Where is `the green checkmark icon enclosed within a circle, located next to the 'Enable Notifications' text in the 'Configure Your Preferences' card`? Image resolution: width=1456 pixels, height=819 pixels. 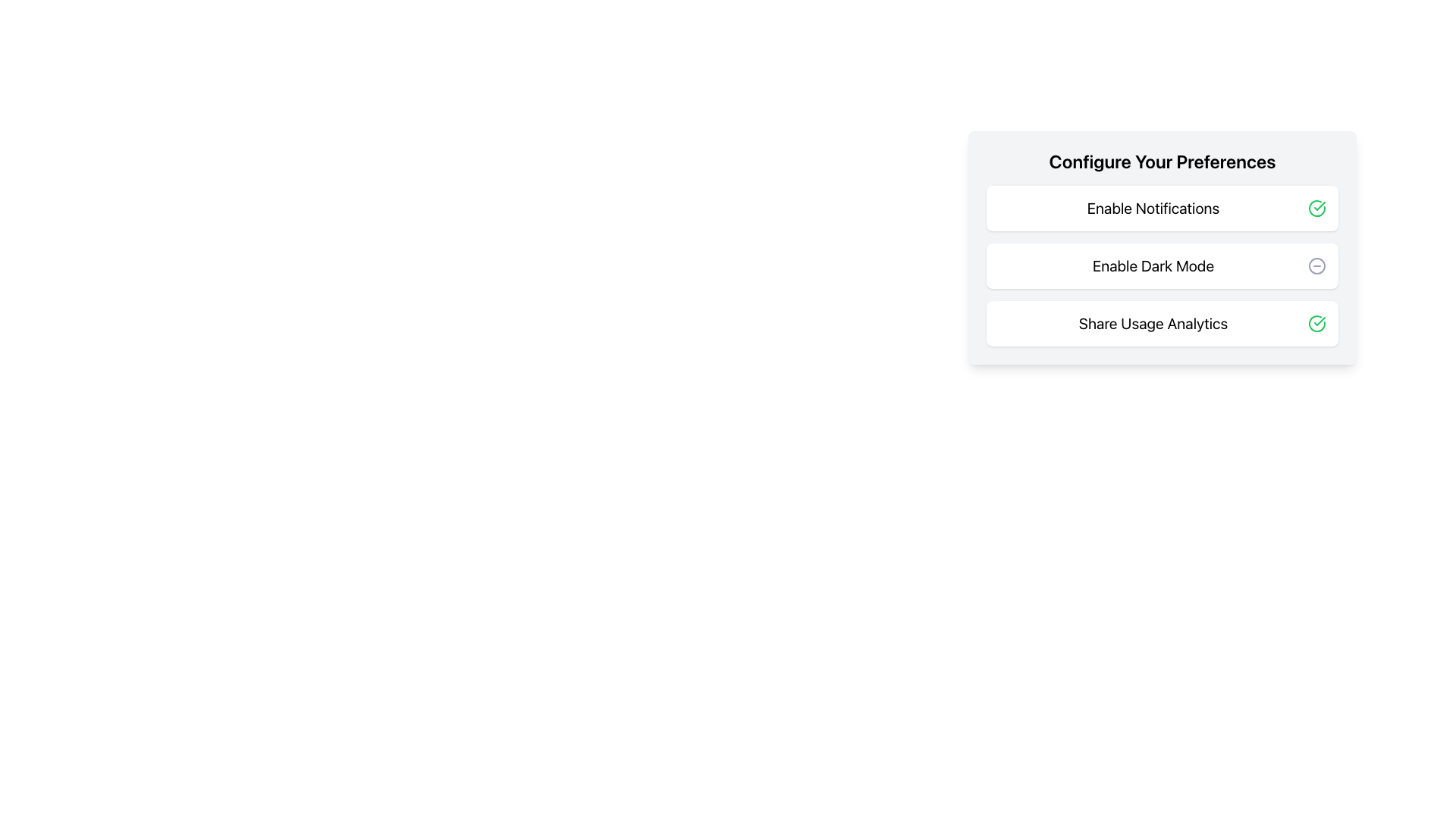 the green checkmark icon enclosed within a circle, located next to the 'Enable Notifications' text in the 'Configure Your Preferences' card is located at coordinates (1316, 208).